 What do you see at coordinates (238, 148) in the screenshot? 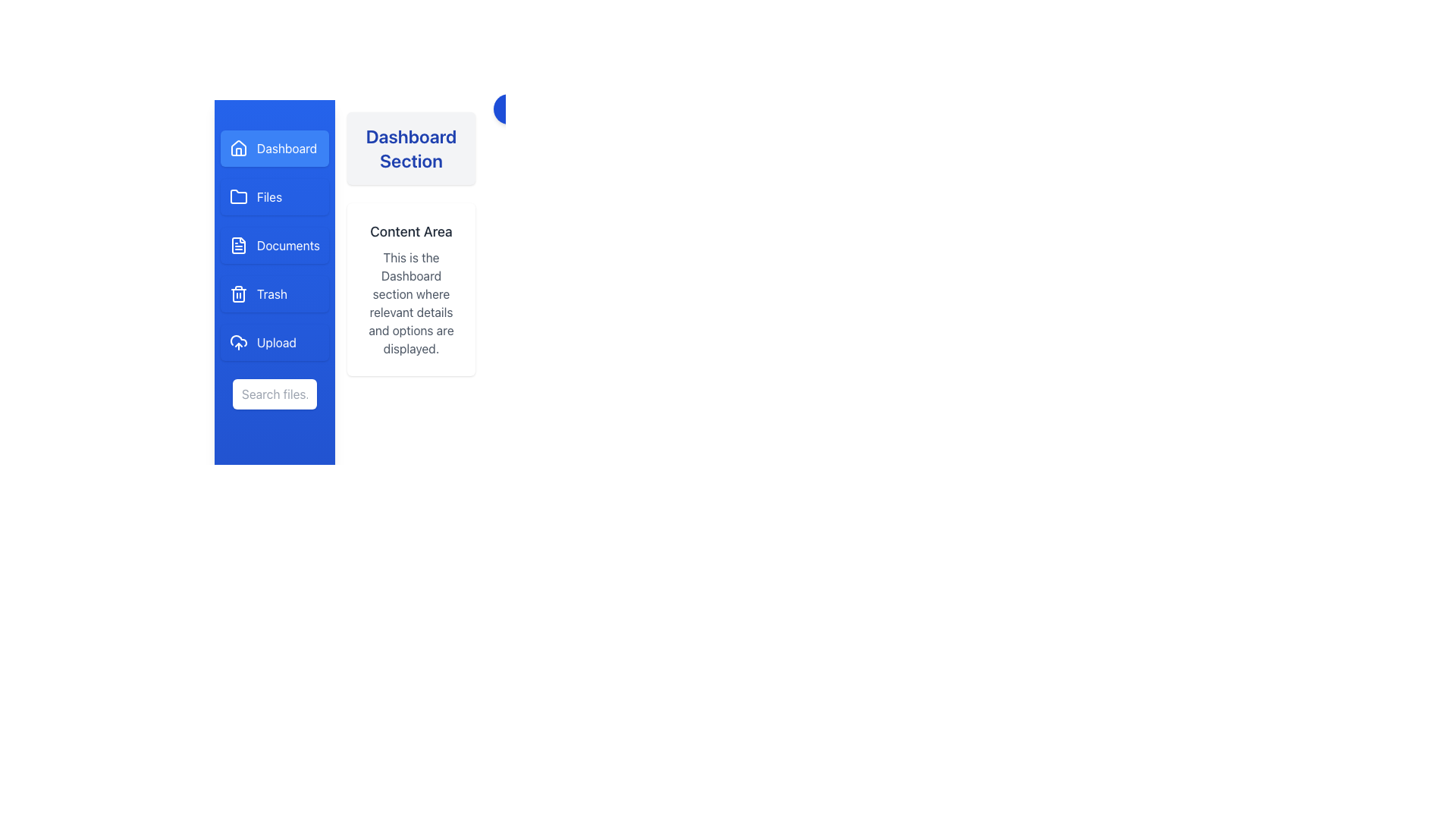
I see `the house-shaped icon located at the top of the vertical list of navigation buttons in the 'Dashboard' button group to trigger any associated hover states` at bounding box center [238, 148].